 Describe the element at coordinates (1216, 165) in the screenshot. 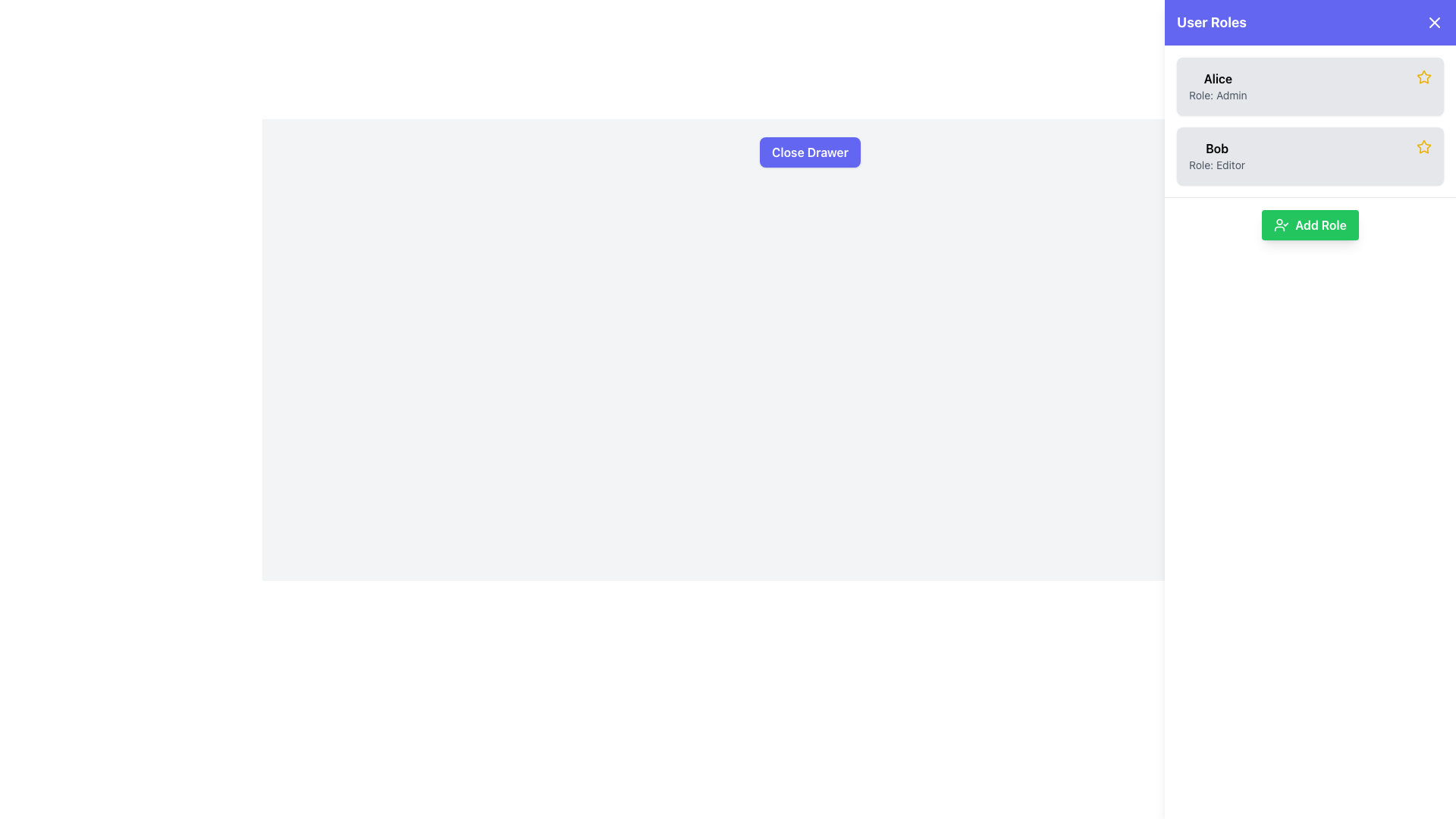

I see `information displayed in the text label that reads 'Role: Editor', which is located beneath the name 'Bob' in the 'User Roles' panel` at that location.